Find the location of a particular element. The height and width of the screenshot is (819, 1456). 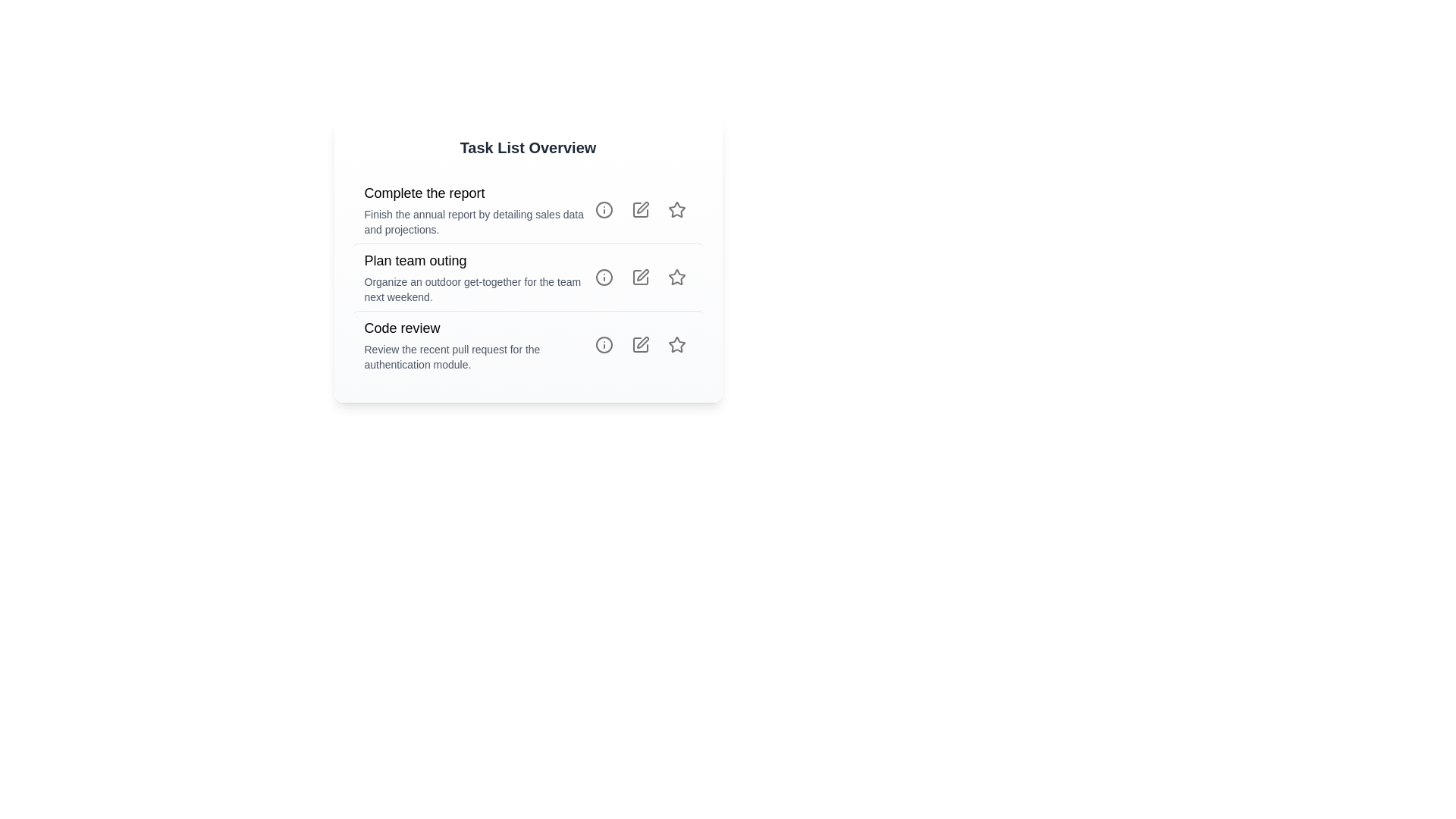

the green pencil icon button located next to the task 'Plan team outing' is located at coordinates (640, 278).